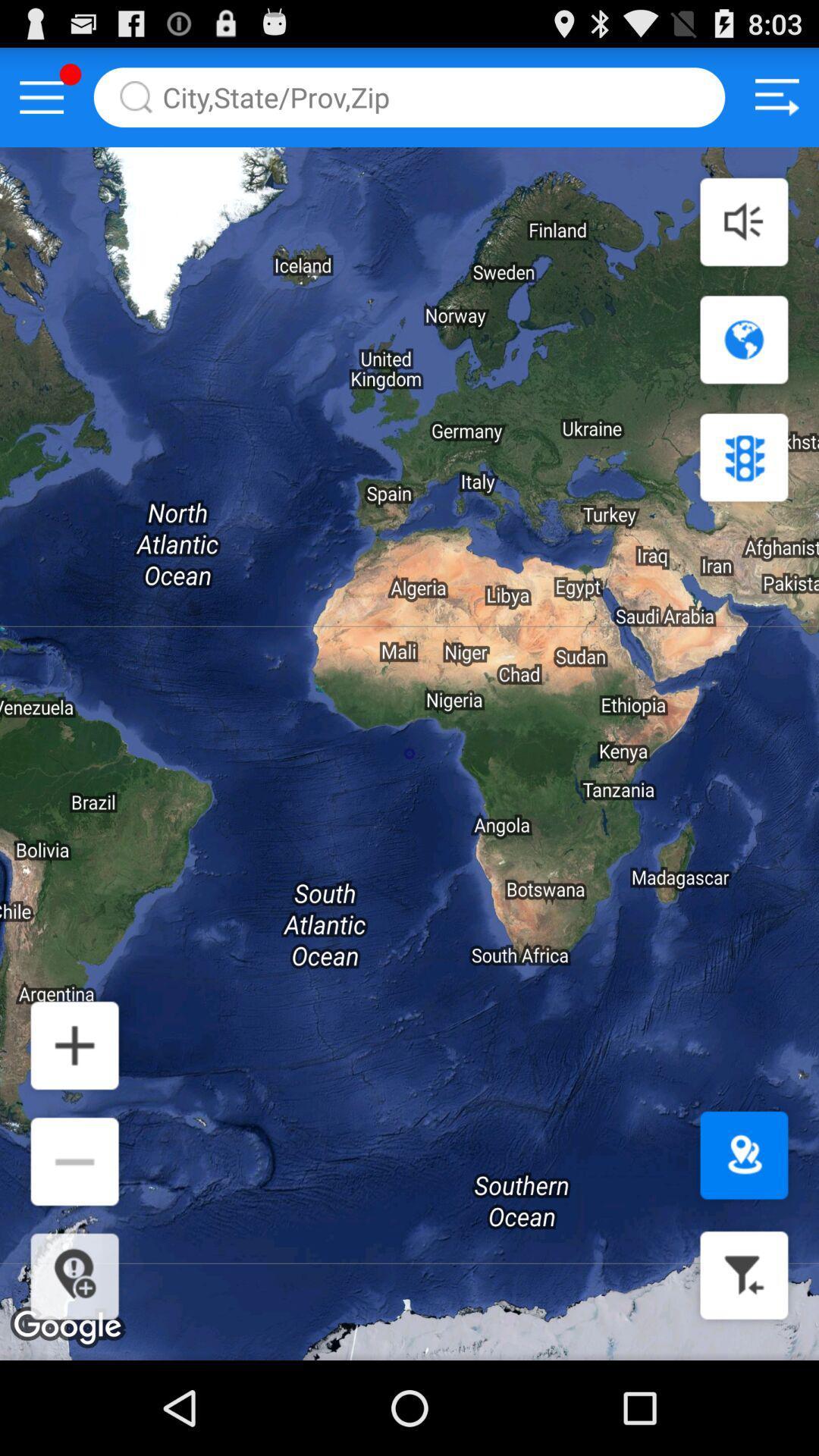 Image resolution: width=819 pixels, height=1456 pixels. What do you see at coordinates (41, 103) in the screenshot?
I see `the menu icon` at bounding box center [41, 103].